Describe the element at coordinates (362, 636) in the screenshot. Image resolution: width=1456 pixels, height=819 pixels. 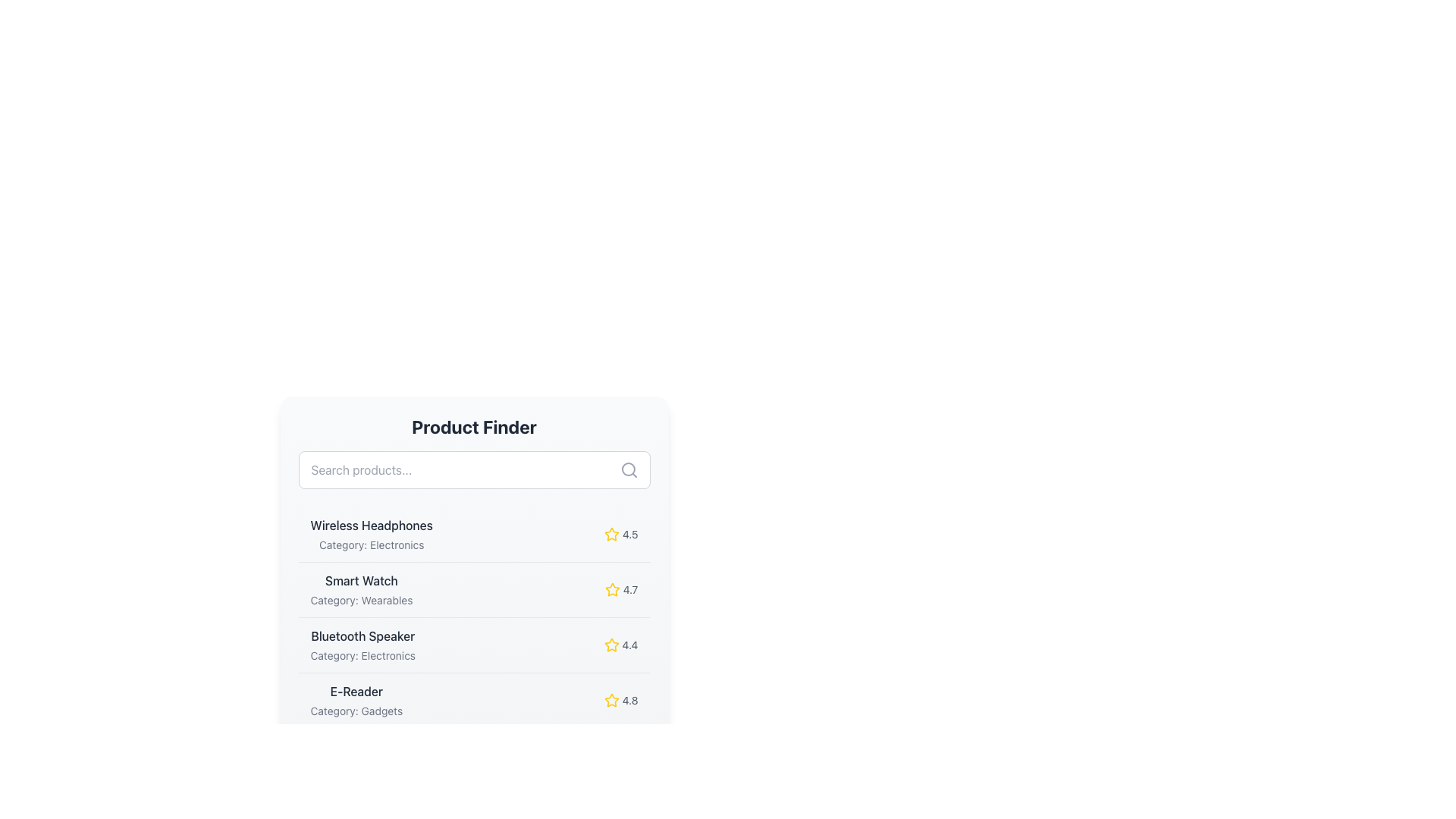
I see `the 'Bluetooth Speaker' text label, which is displayed in bold dark gray font as the title of a list item in the 'Product Finder' interface` at that location.